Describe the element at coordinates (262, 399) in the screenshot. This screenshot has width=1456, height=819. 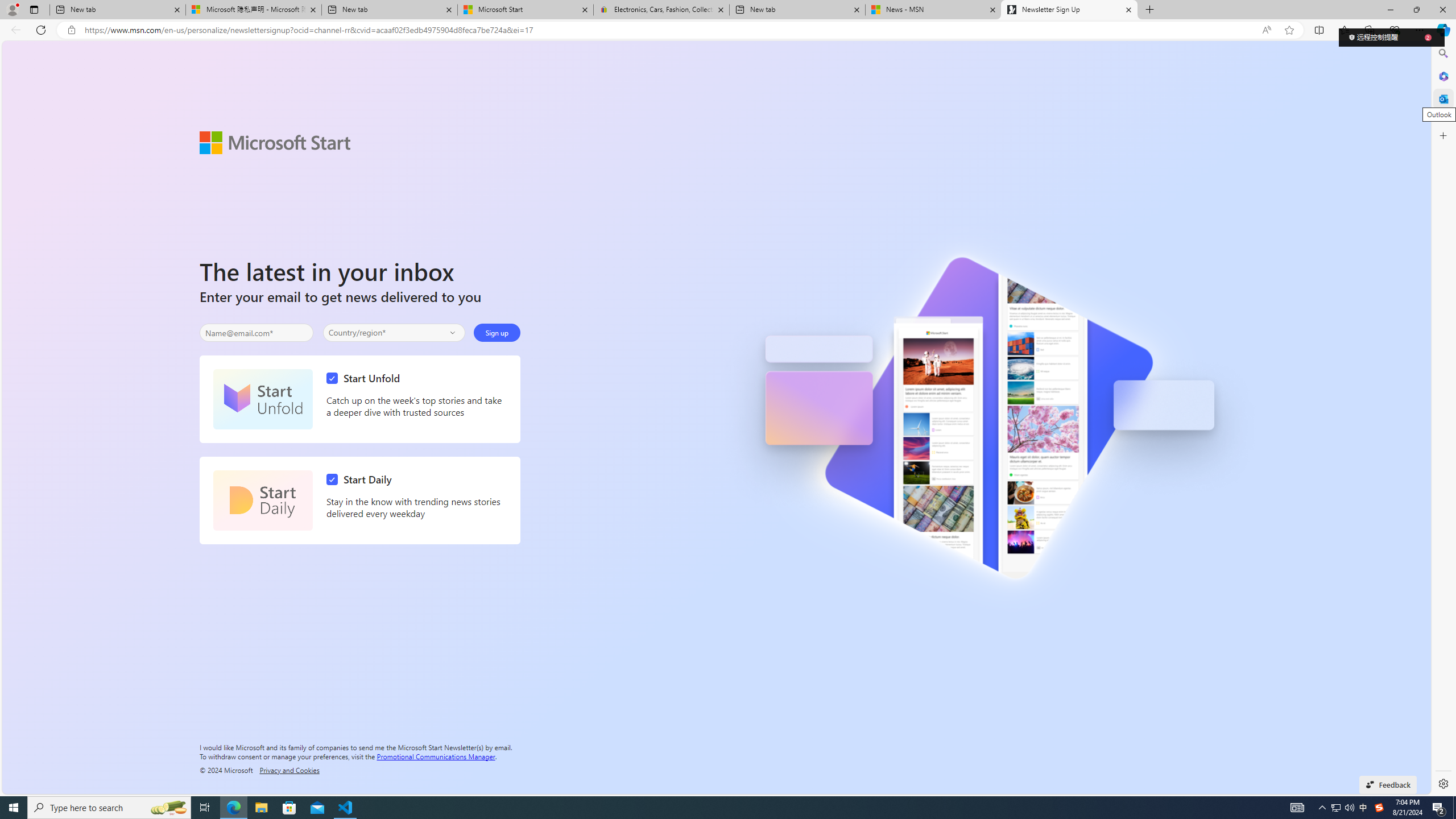
I see `'Start Unfold'` at that location.